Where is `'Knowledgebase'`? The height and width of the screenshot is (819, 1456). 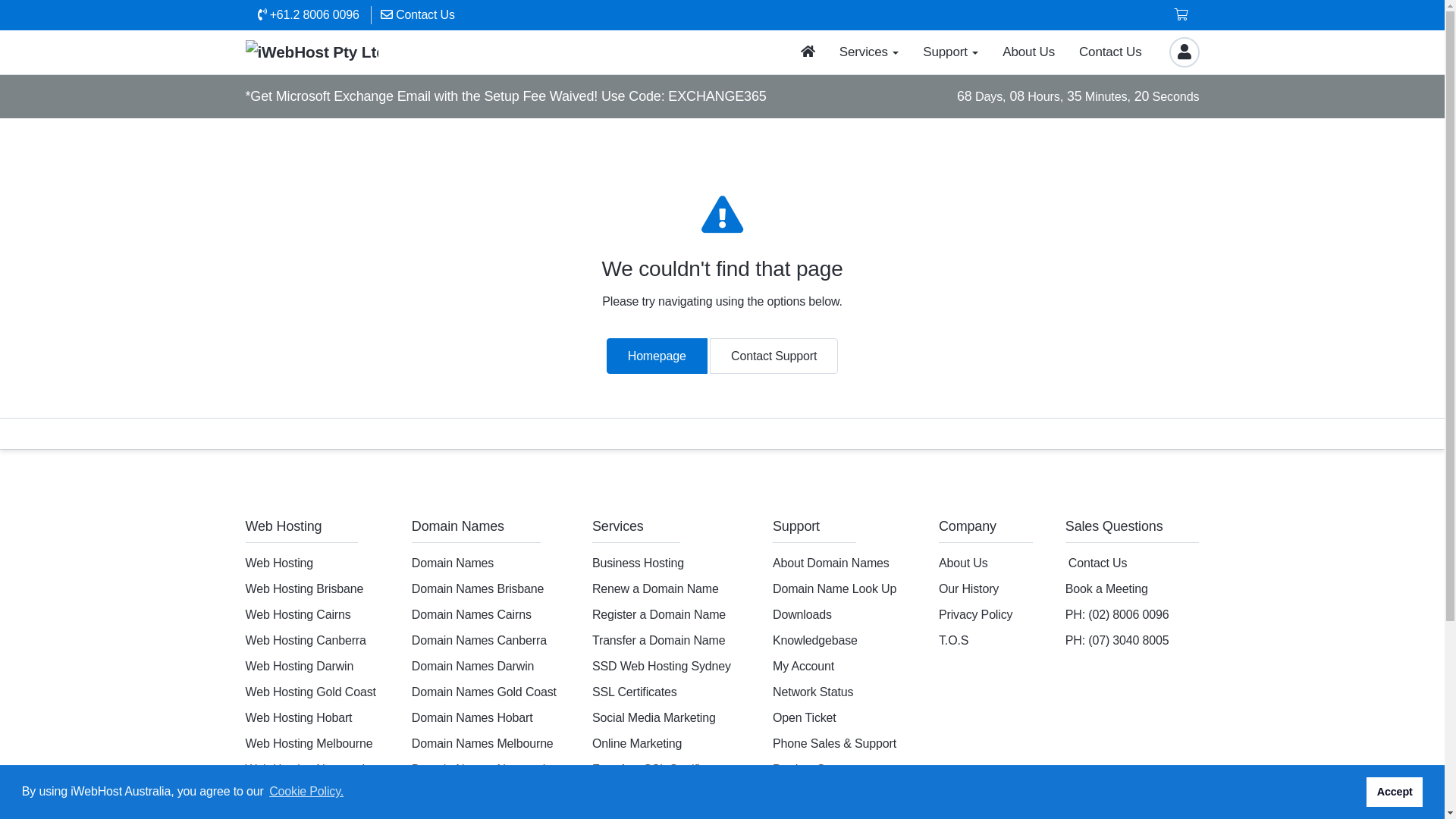
'Knowledgebase' is located at coordinates (814, 640).